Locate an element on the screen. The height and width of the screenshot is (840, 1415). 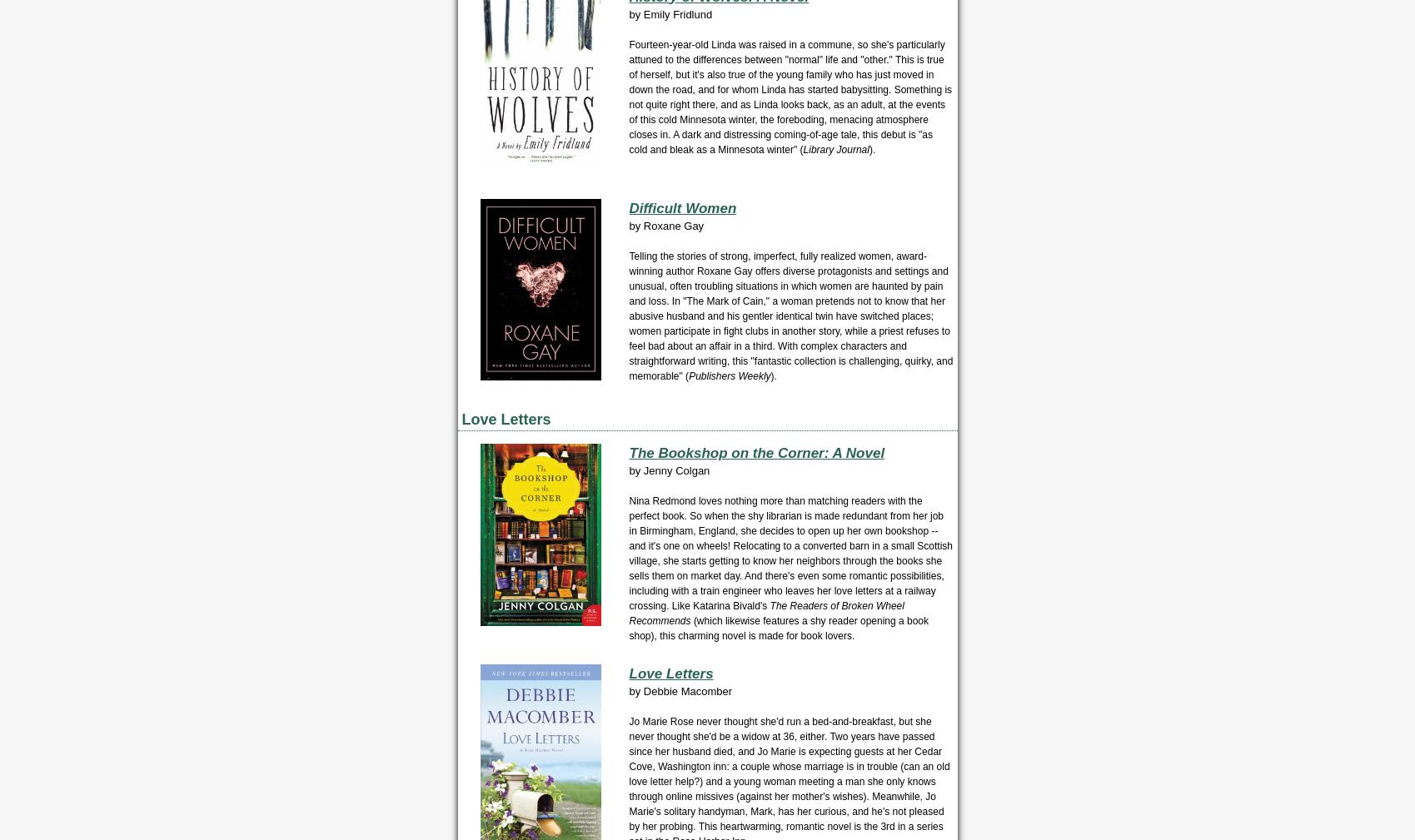
',' is located at coordinates (655, 636).